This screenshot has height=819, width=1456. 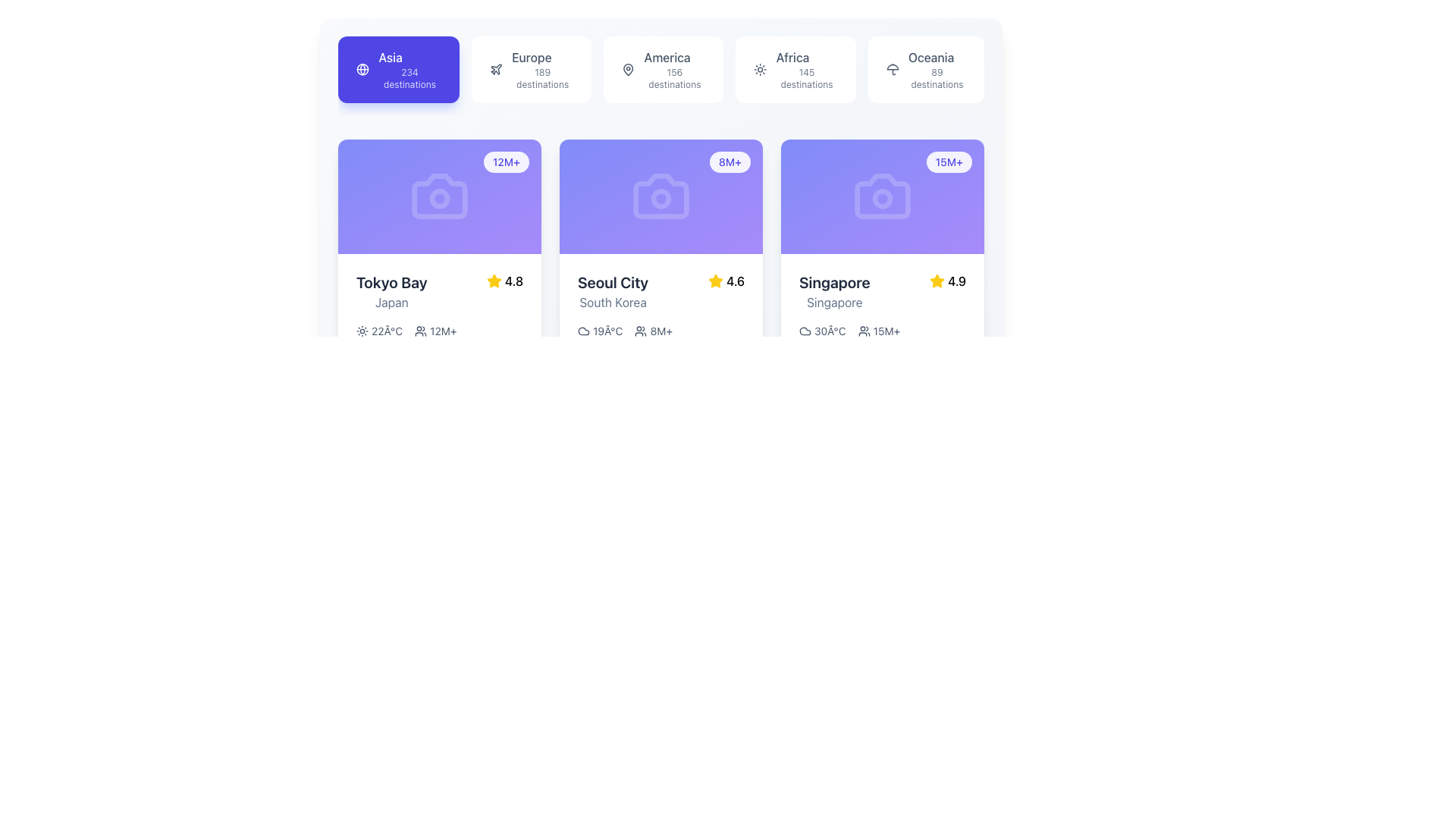 What do you see at coordinates (391, 57) in the screenshot?
I see `the 'Asia' text label, which is styled with medium font weight on a purple rectangular background` at bounding box center [391, 57].